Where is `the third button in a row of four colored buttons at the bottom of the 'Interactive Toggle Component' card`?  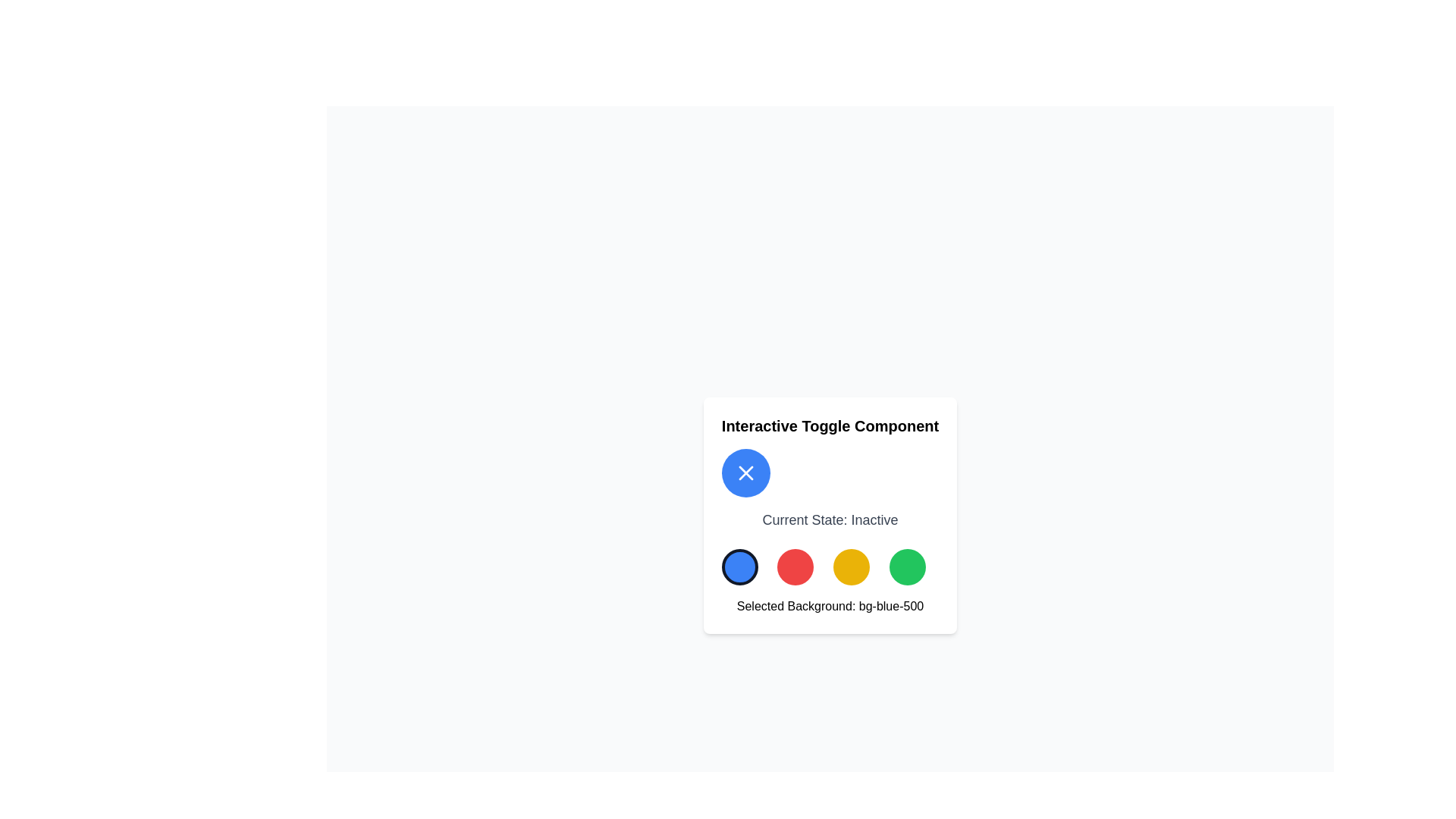
the third button in a row of four colored buttons at the bottom of the 'Interactive Toggle Component' card is located at coordinates (852, 567).